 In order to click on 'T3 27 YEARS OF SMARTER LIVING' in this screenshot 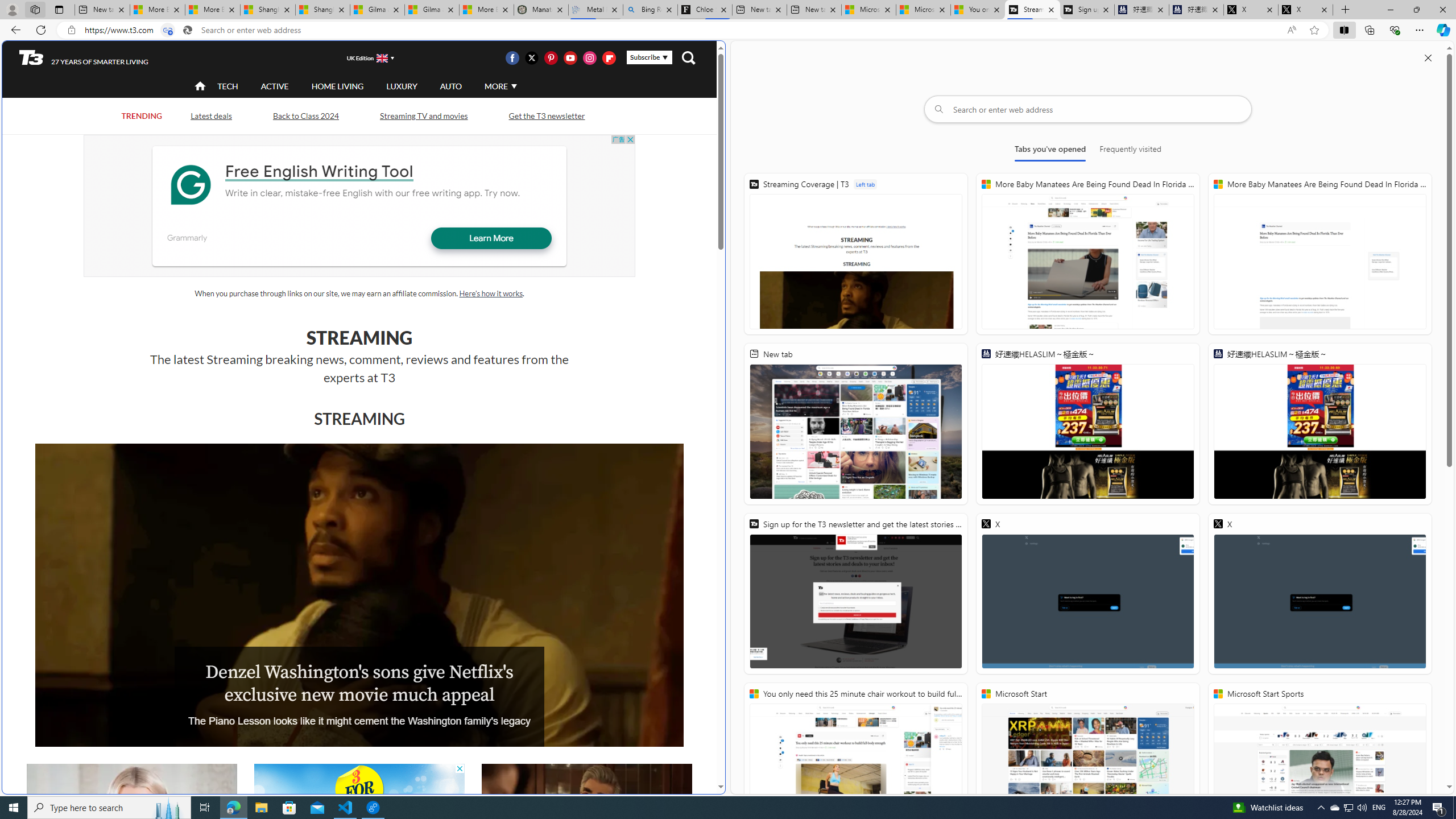, I will do `click(83, 58)`.